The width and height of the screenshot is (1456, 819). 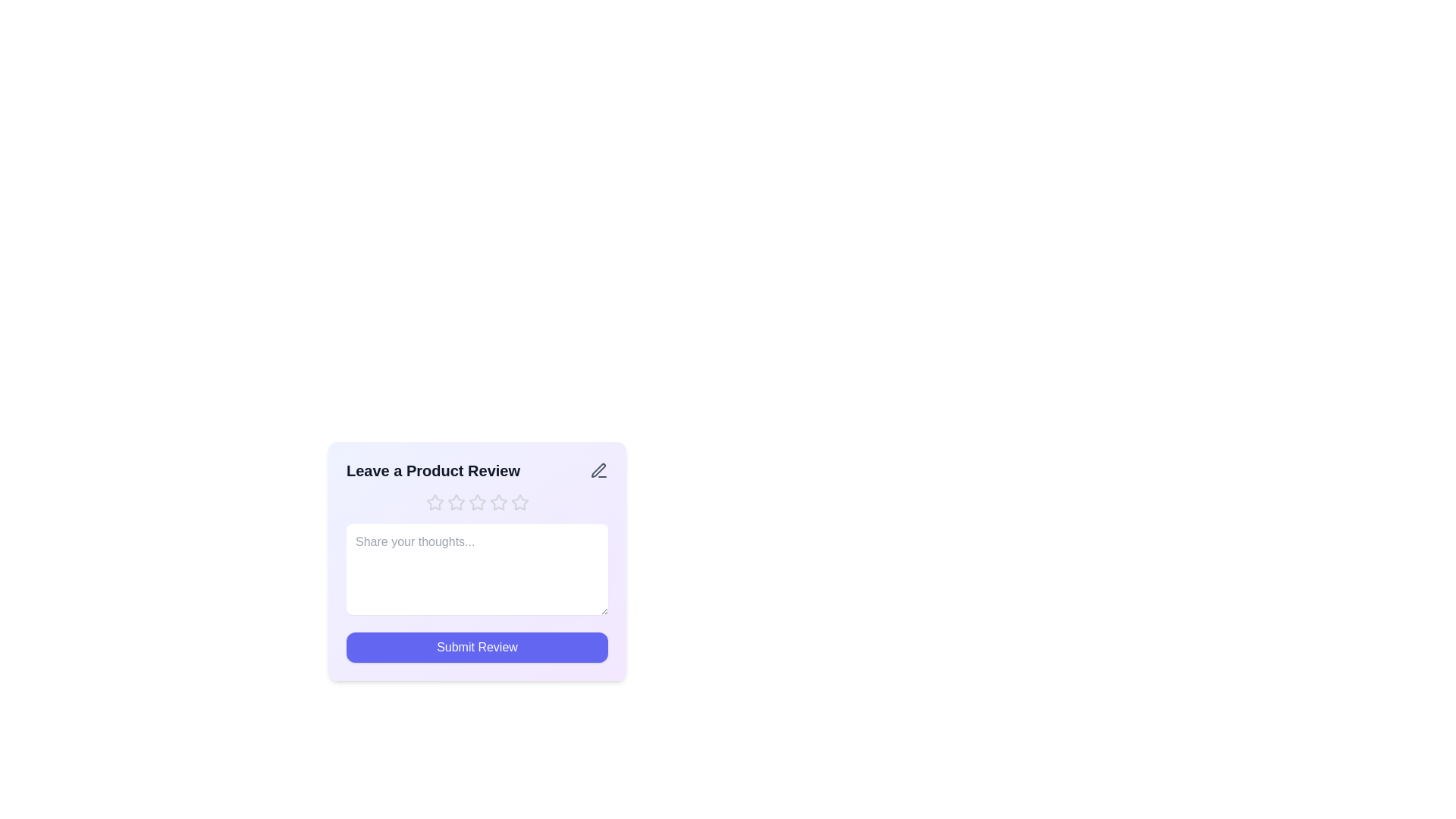 What do you see at coordinates (498, 503) in the screenshot?
I see `the star corresponding to the rating 4 to set the rating` at bounding box center [498, 503].